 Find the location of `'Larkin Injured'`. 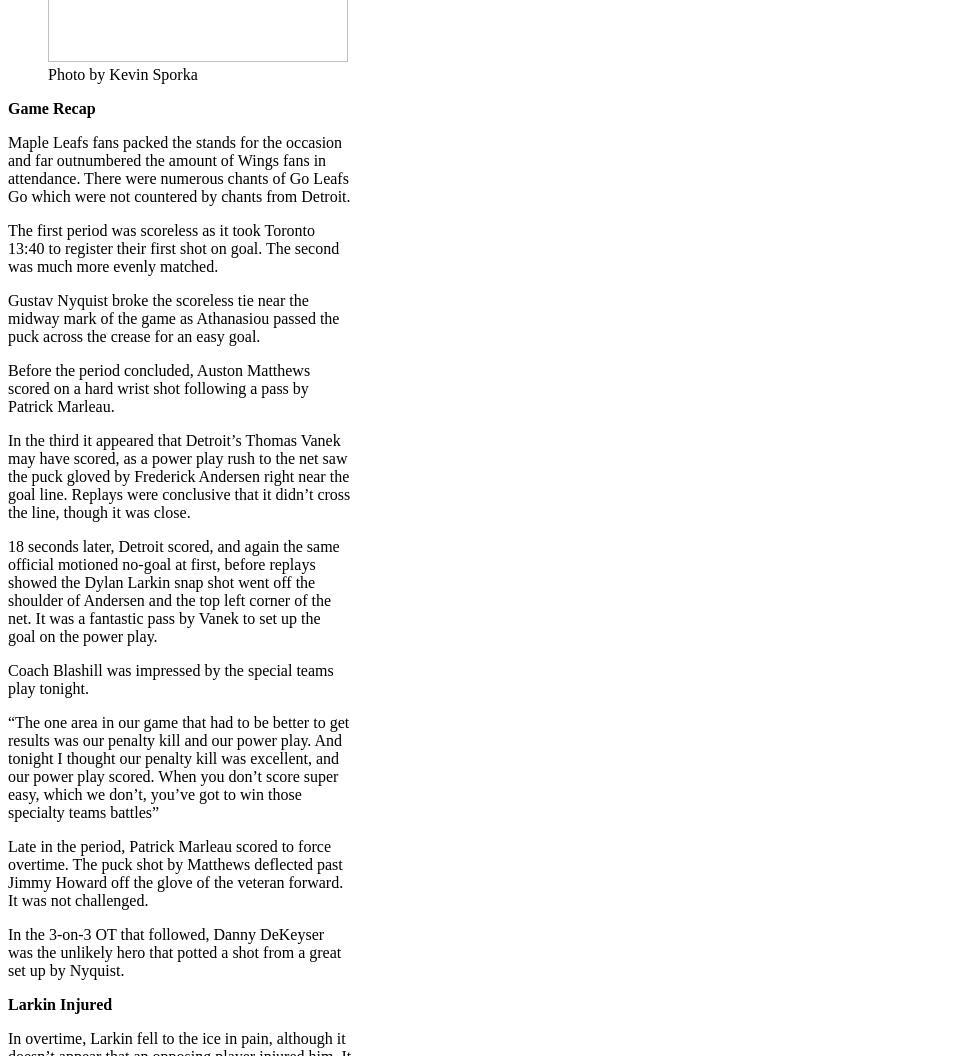

'Larkin Injured' is located at coordinates (8, 1003).